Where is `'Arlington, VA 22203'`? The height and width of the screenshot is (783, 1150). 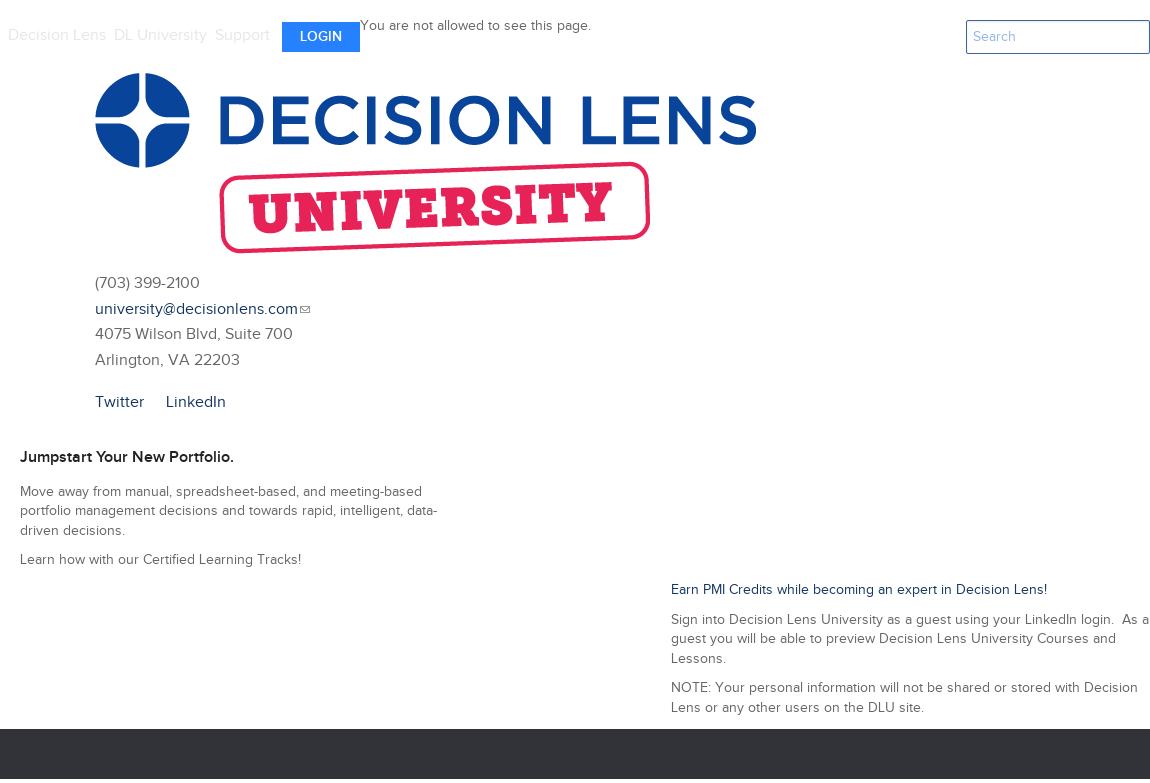 'Arlington, VA 22203' is located at coordinates (166, 359).